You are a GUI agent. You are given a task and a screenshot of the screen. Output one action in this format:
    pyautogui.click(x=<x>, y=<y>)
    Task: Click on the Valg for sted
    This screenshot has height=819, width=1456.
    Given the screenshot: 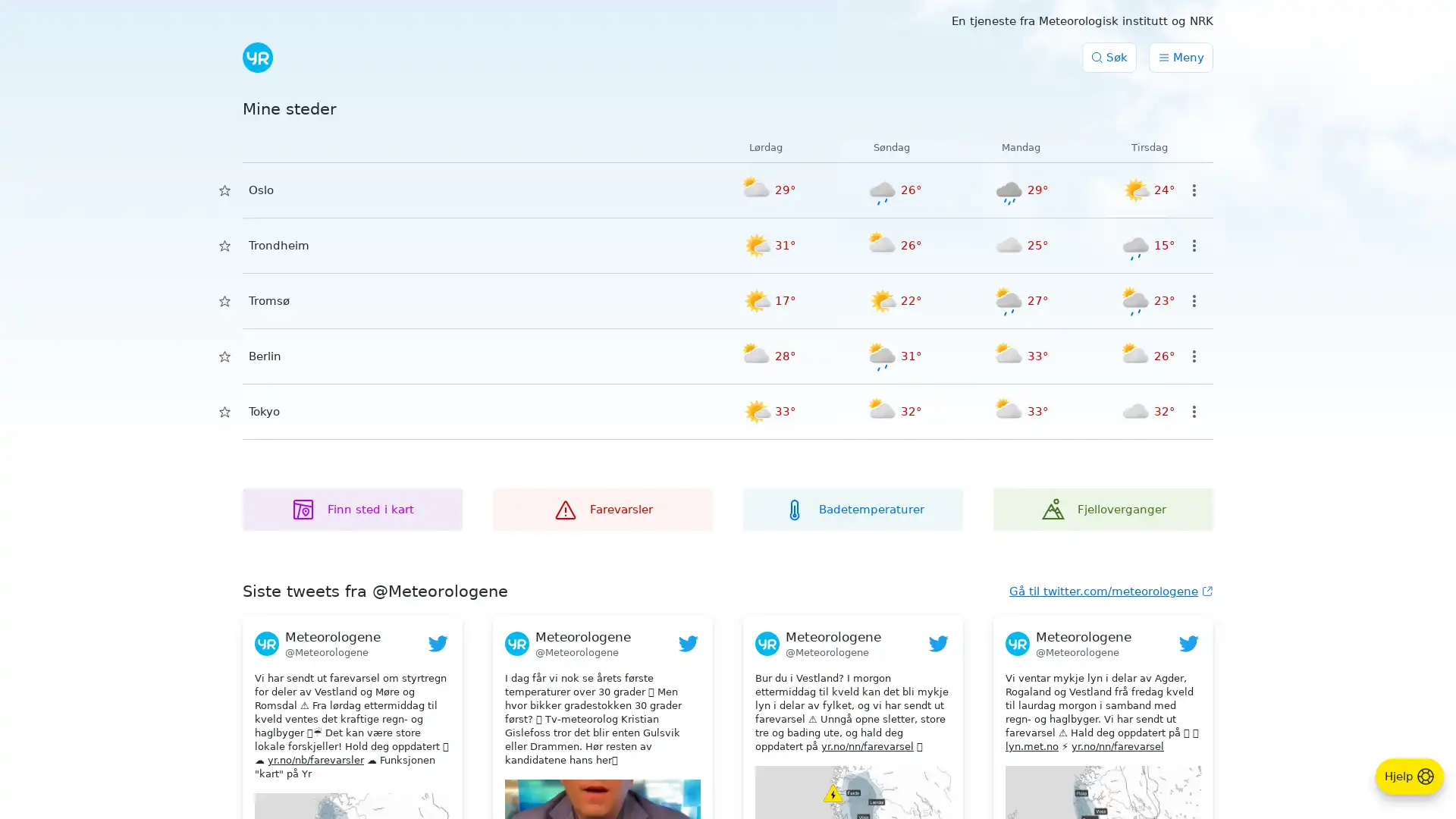 What is the action you would take?
    pyautogui.click(x=1193, y=412)
    